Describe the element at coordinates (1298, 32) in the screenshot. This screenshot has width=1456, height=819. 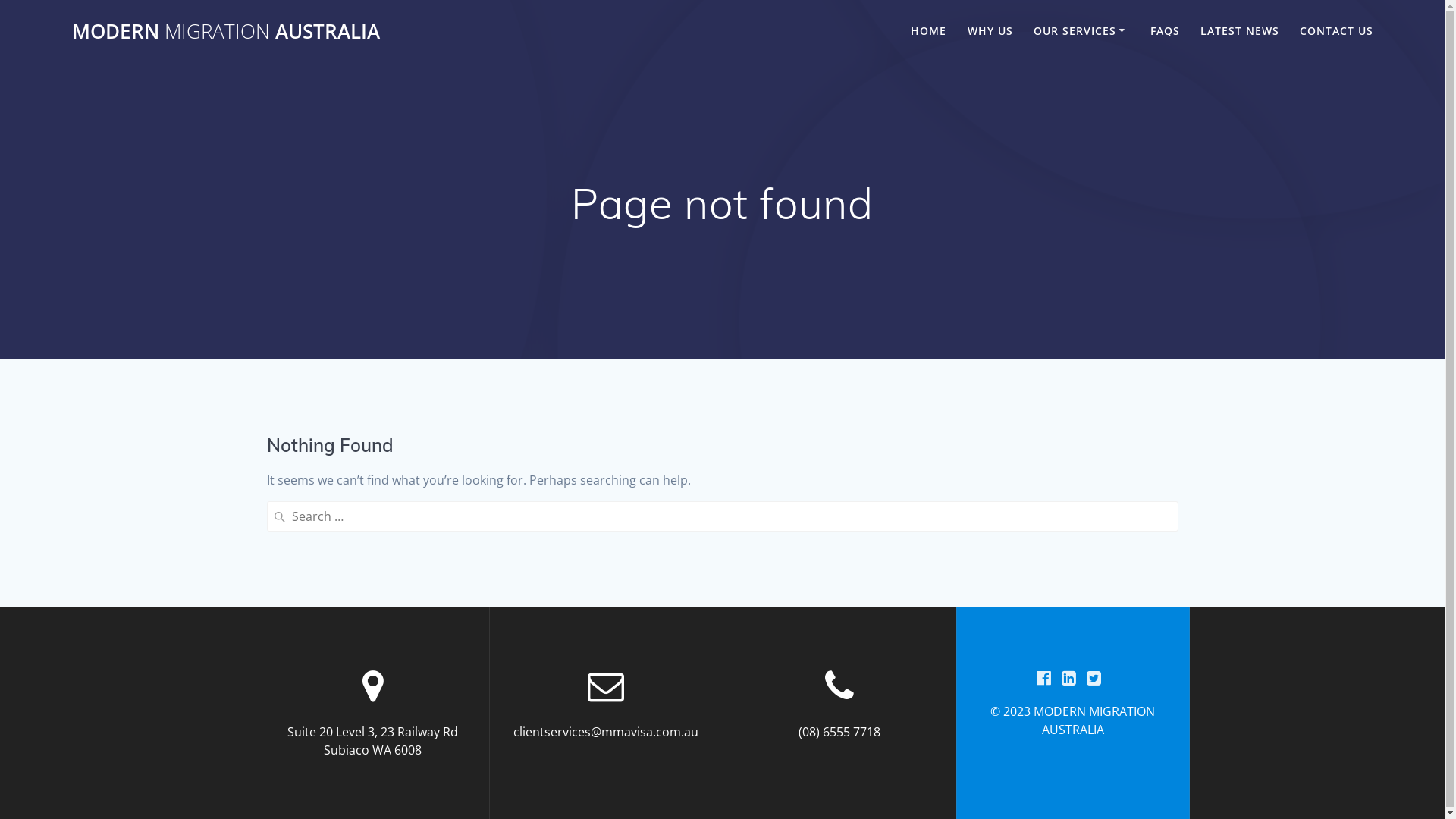
I see `'CONTACT US'` at that location.